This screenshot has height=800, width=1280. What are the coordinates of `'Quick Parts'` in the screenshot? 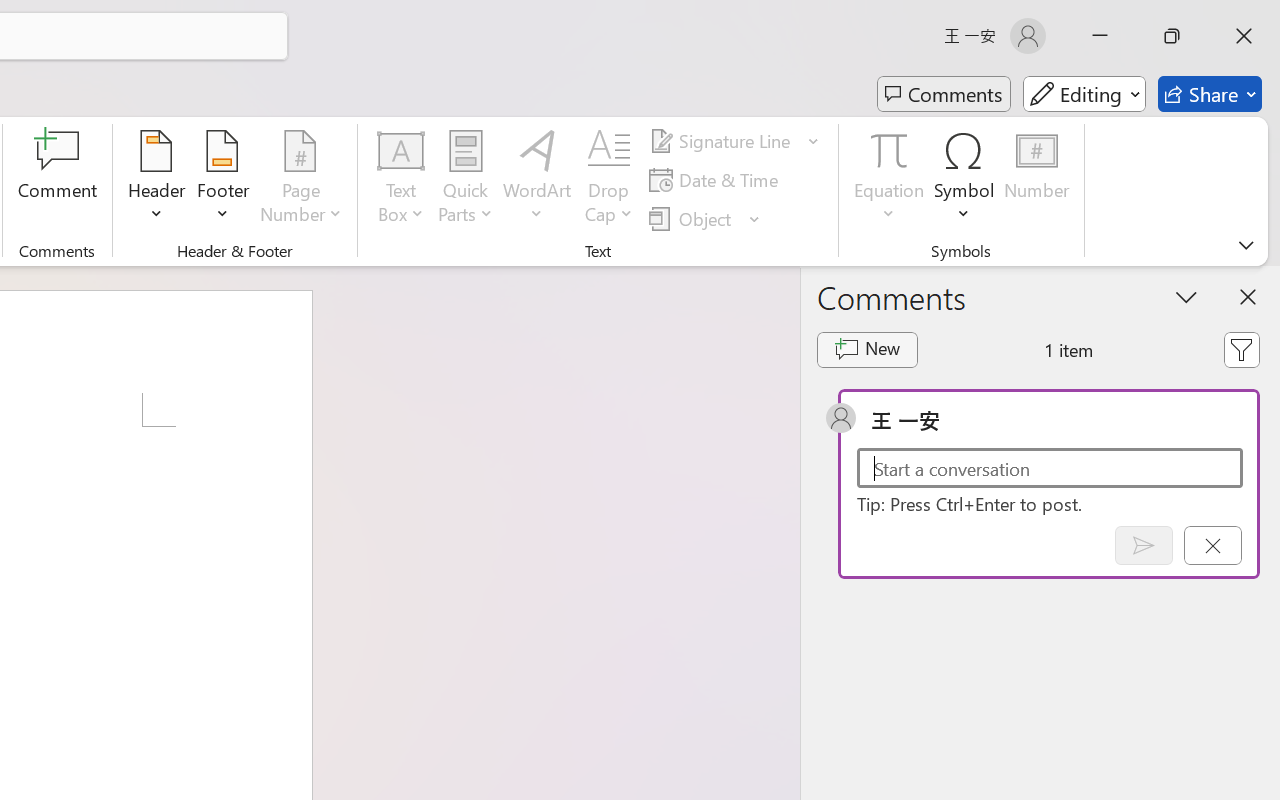 It's located at (464, 179).